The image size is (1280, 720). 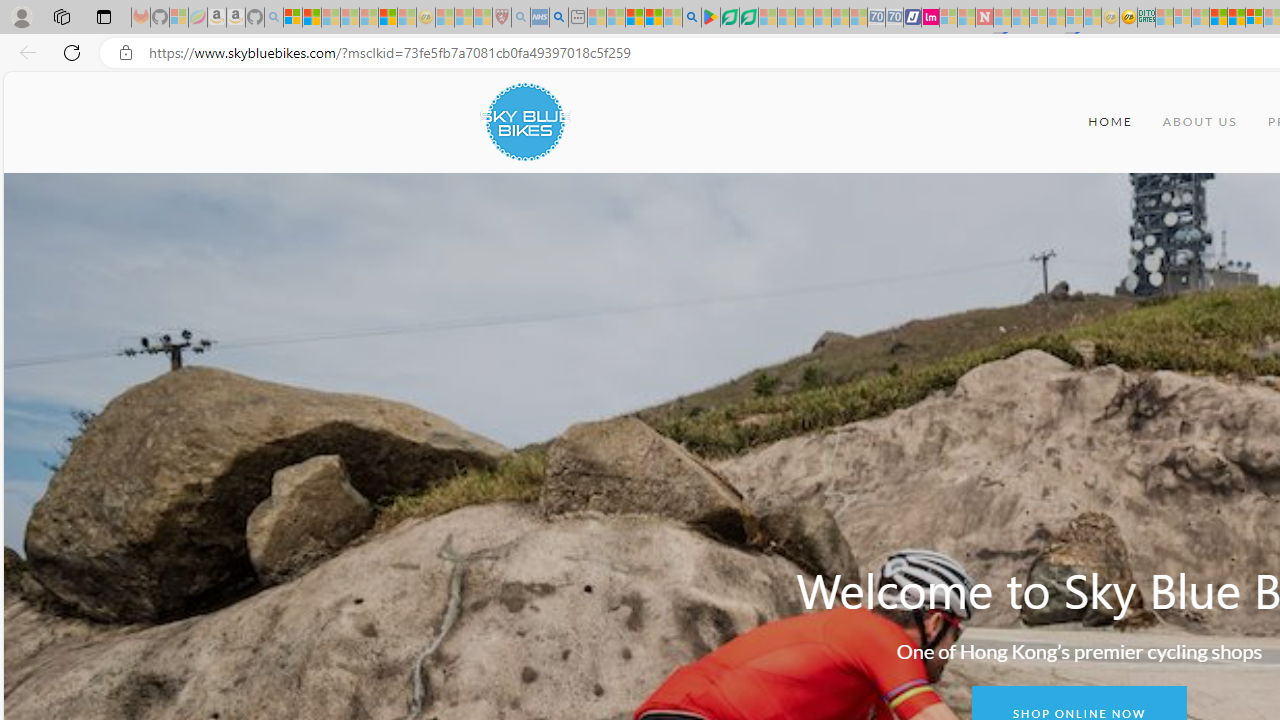 What do you see at coordinates (1200, 122) in the screenshot?
I see `'ABOUT US'` at bounding box center [1200, 122].